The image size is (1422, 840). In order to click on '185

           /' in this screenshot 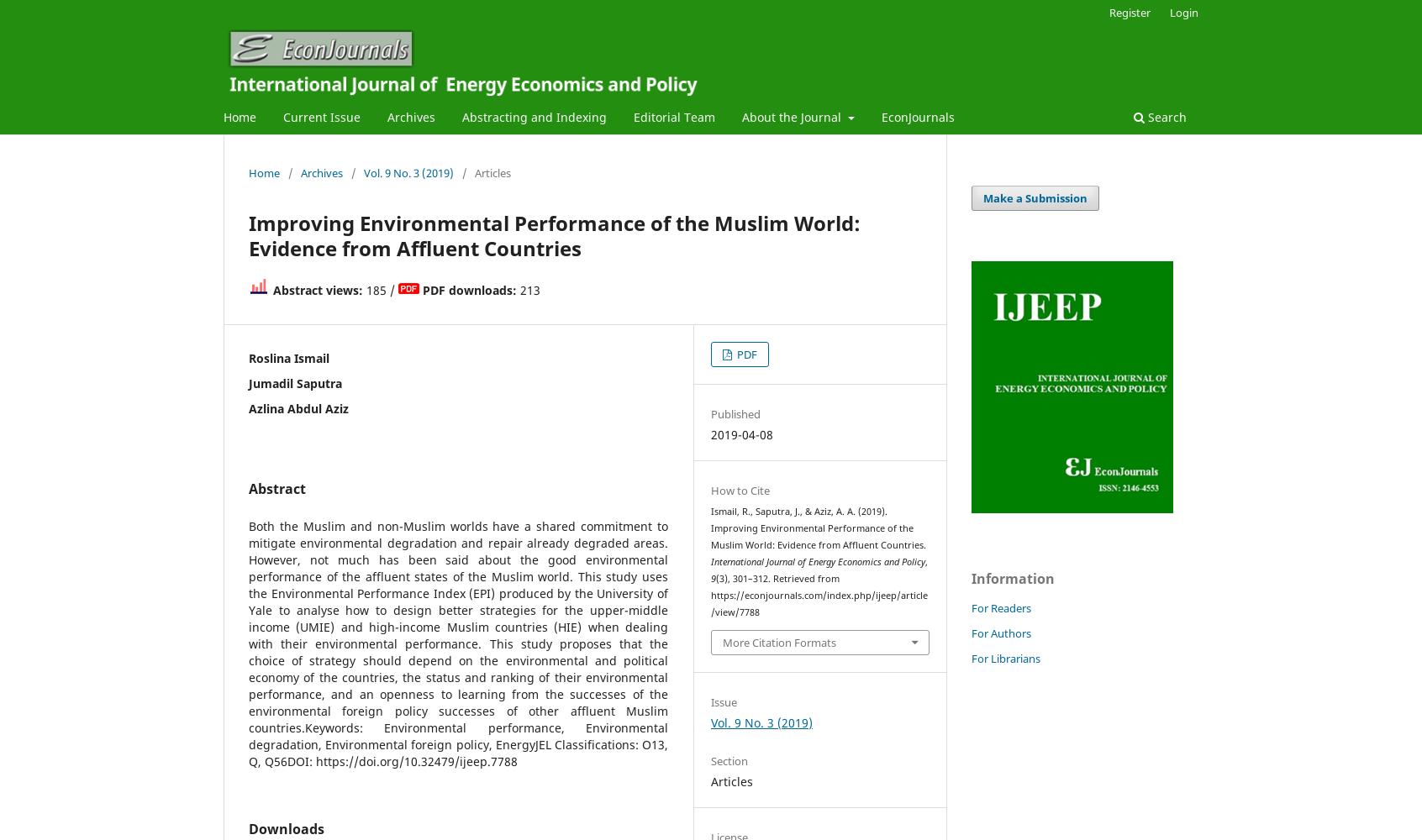, I will do `click(379, 288)`.